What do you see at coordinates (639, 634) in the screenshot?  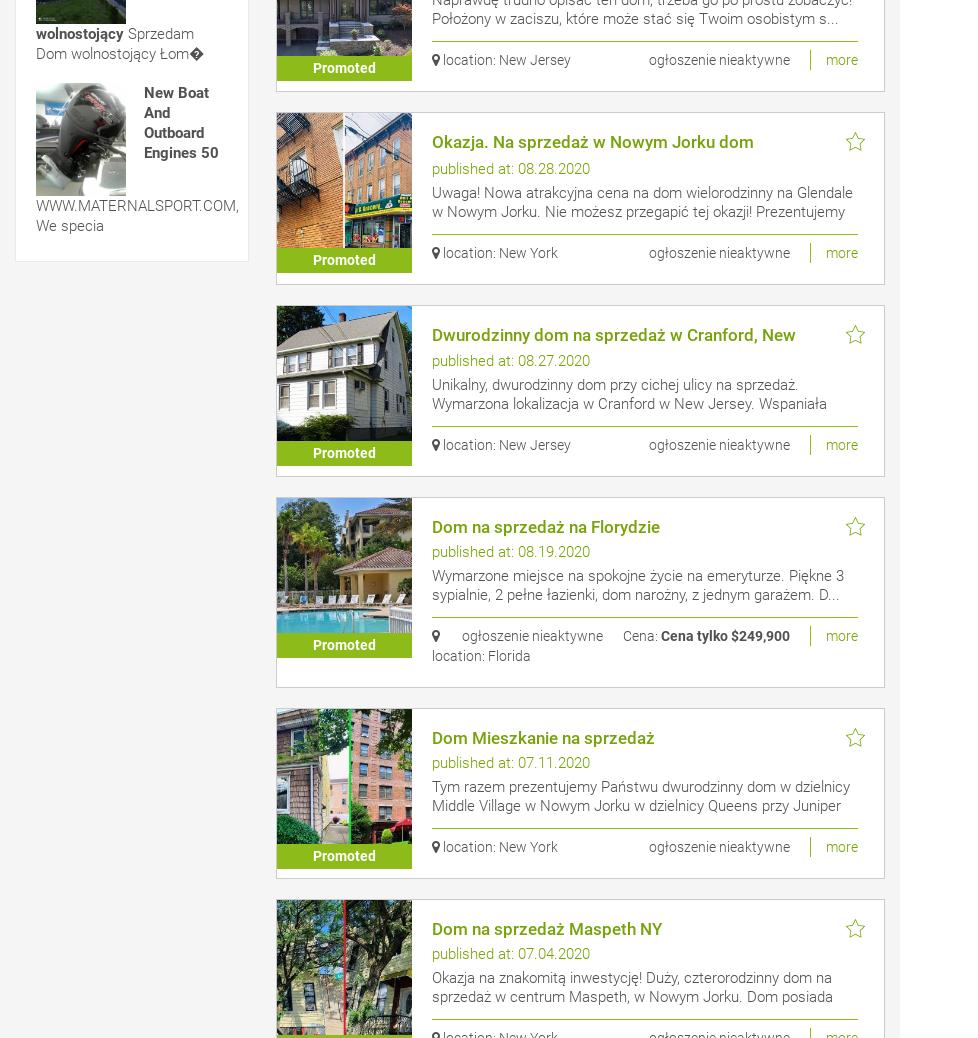 I see `'Cena:'` at bounding box center [639, 634].